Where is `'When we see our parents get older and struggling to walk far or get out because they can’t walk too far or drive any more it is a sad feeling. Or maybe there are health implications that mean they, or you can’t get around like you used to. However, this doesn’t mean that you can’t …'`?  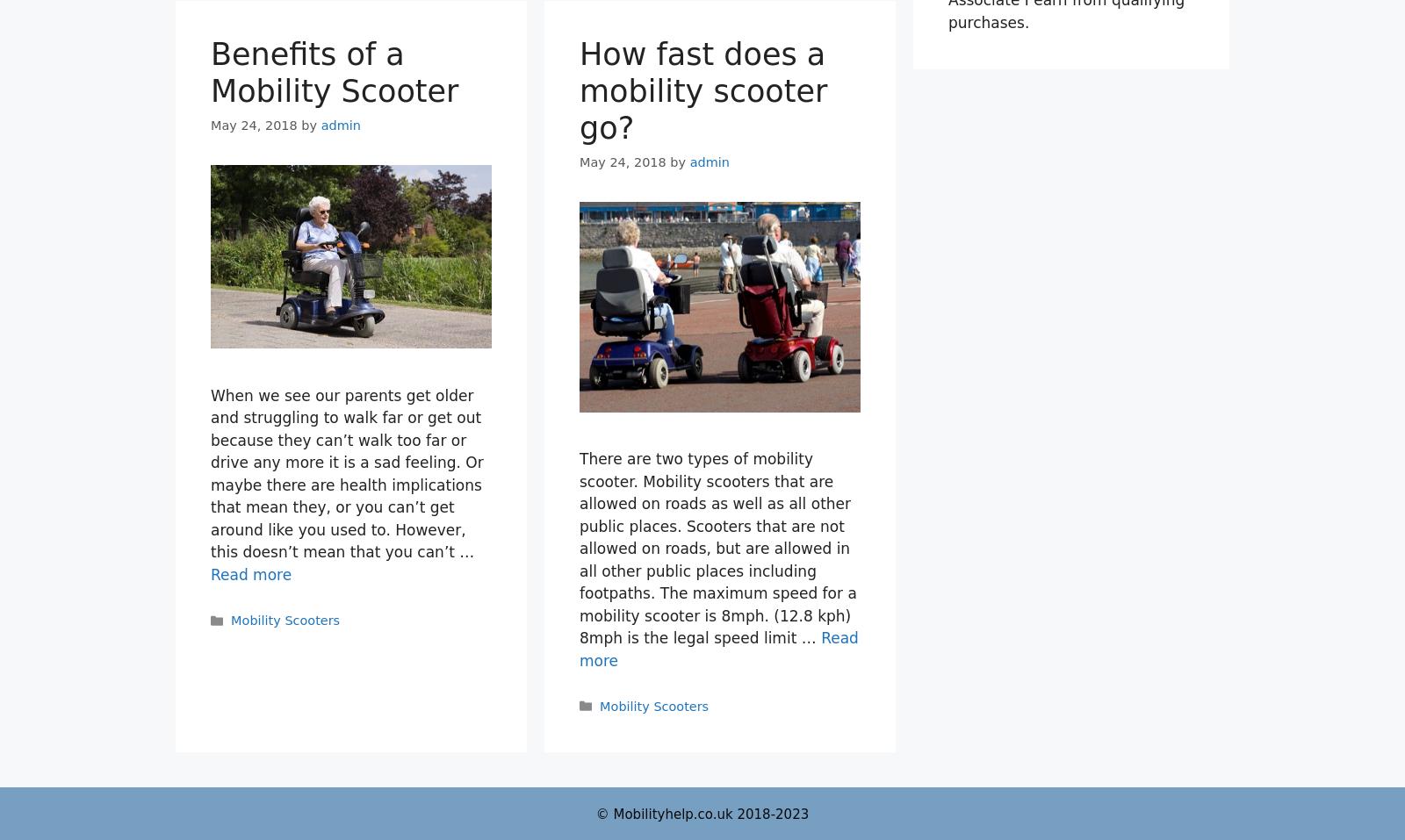
'When we see our parents get older and struggling to walk far or get out because they can’t walk too far or drive any more it is a sad feeling. Or maybe there are health implications that mean they, or you can’t get around like you used to. However, this doesn’t mean that you can’t …' is located at coordinates (347, 473).